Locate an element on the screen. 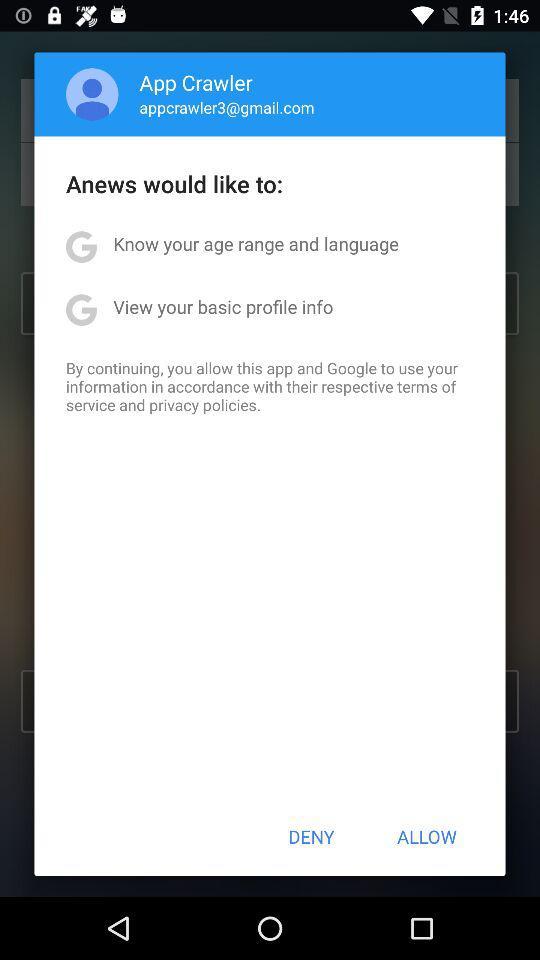 Image resolution: width=540 pixels, height=960 pixels. item to the left of app crawler app is located at coordinates (91, 94).